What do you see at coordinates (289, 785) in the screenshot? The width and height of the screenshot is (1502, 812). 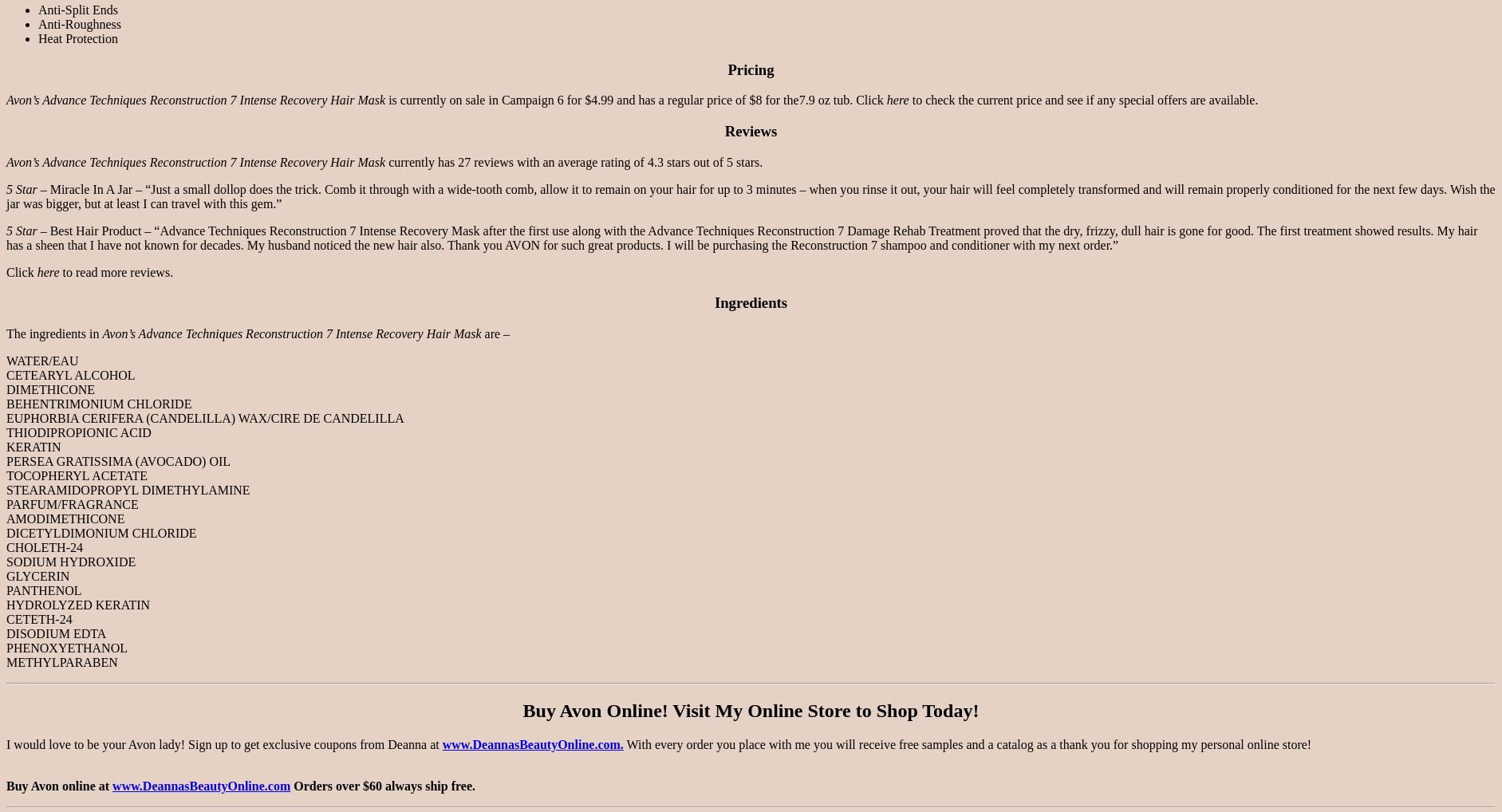 I see `'Orders over $60 always ship free.'` at bounding box center [289, 785].